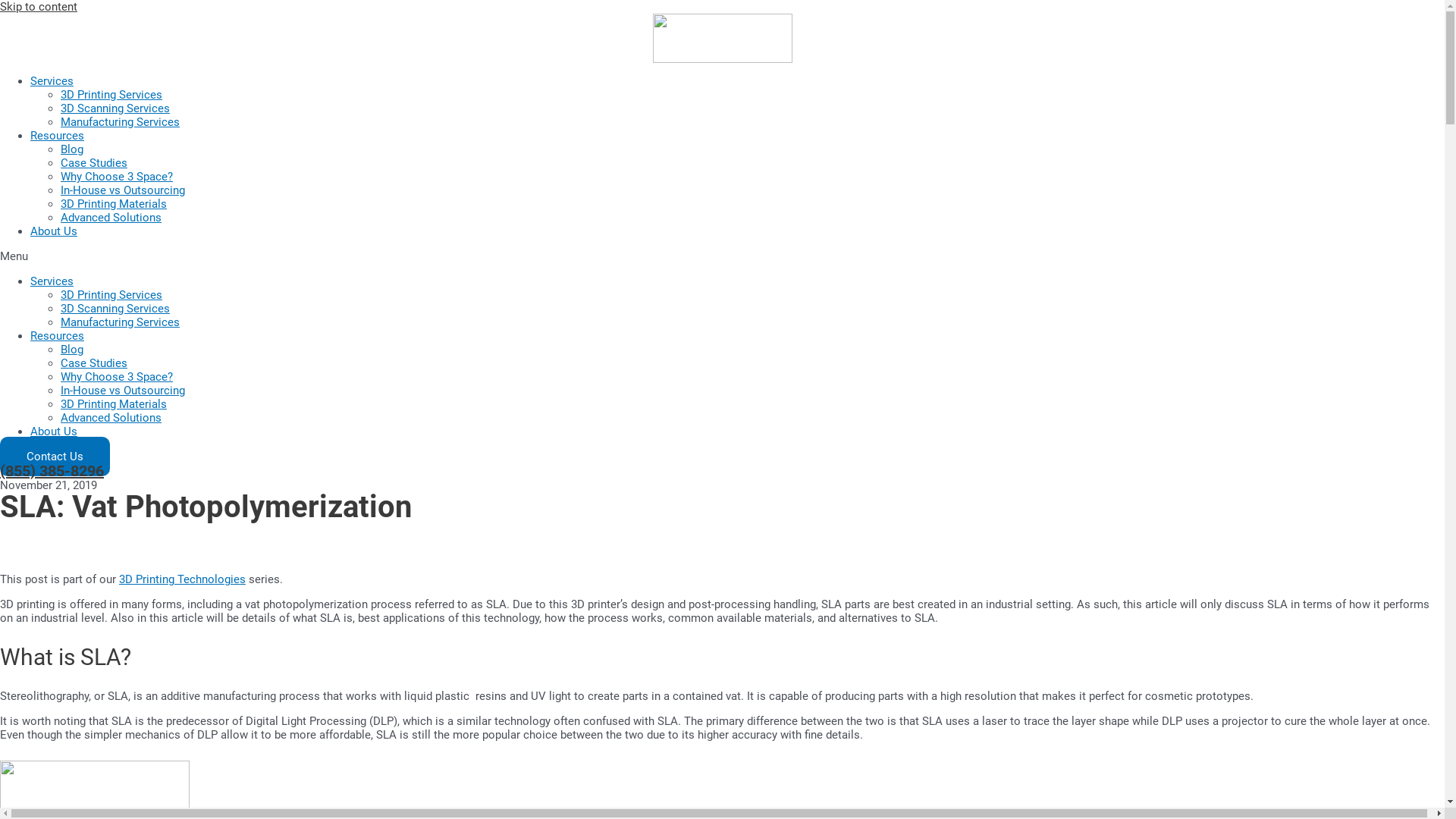  Describe the element at coordinates (111, 94) in the screenshot. I see `'3D Printing Services'` at that location.